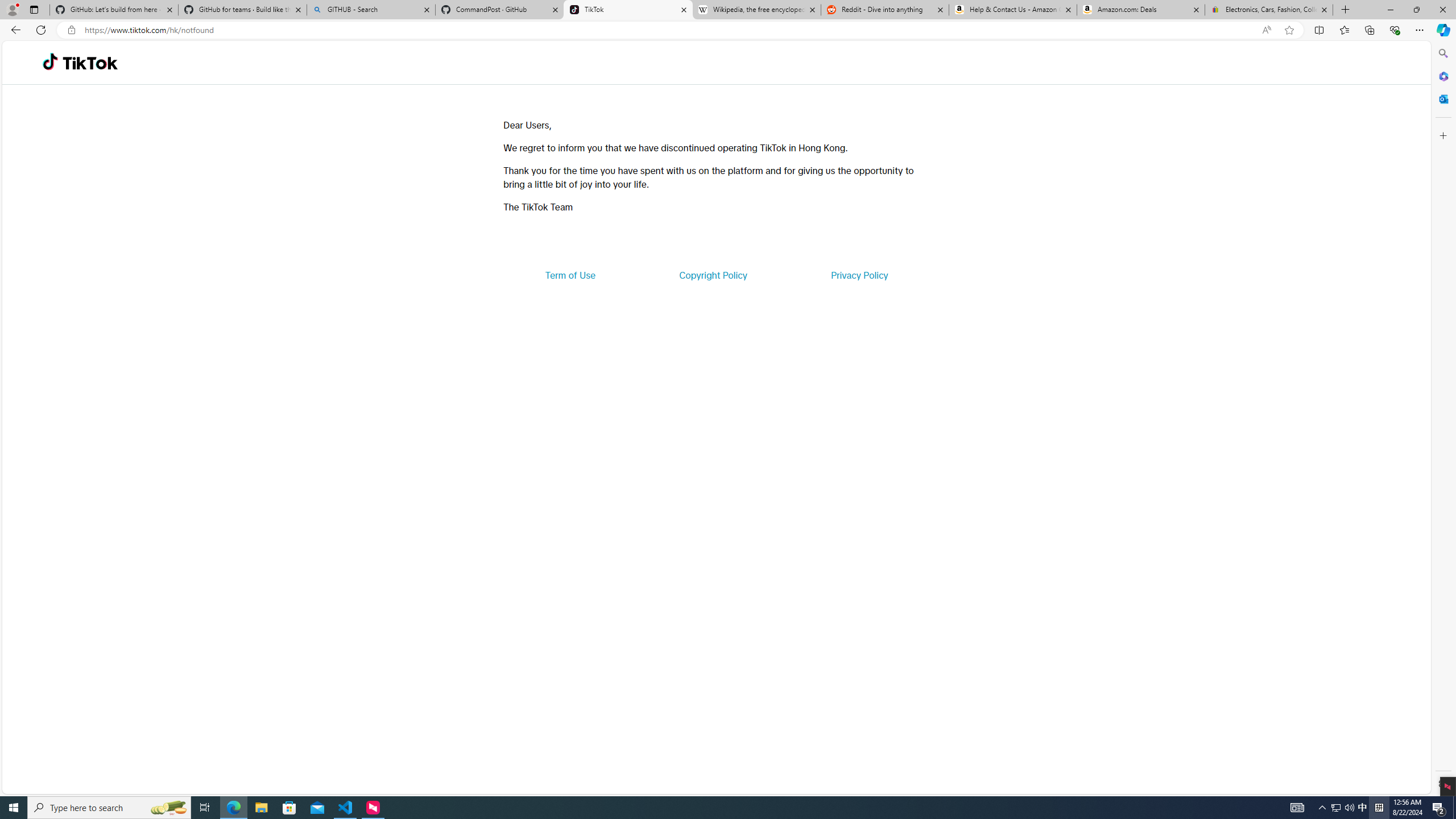  Describe the element at coordinates (570, 274) in the screenshot. I see `'Term of Use'` at that location.